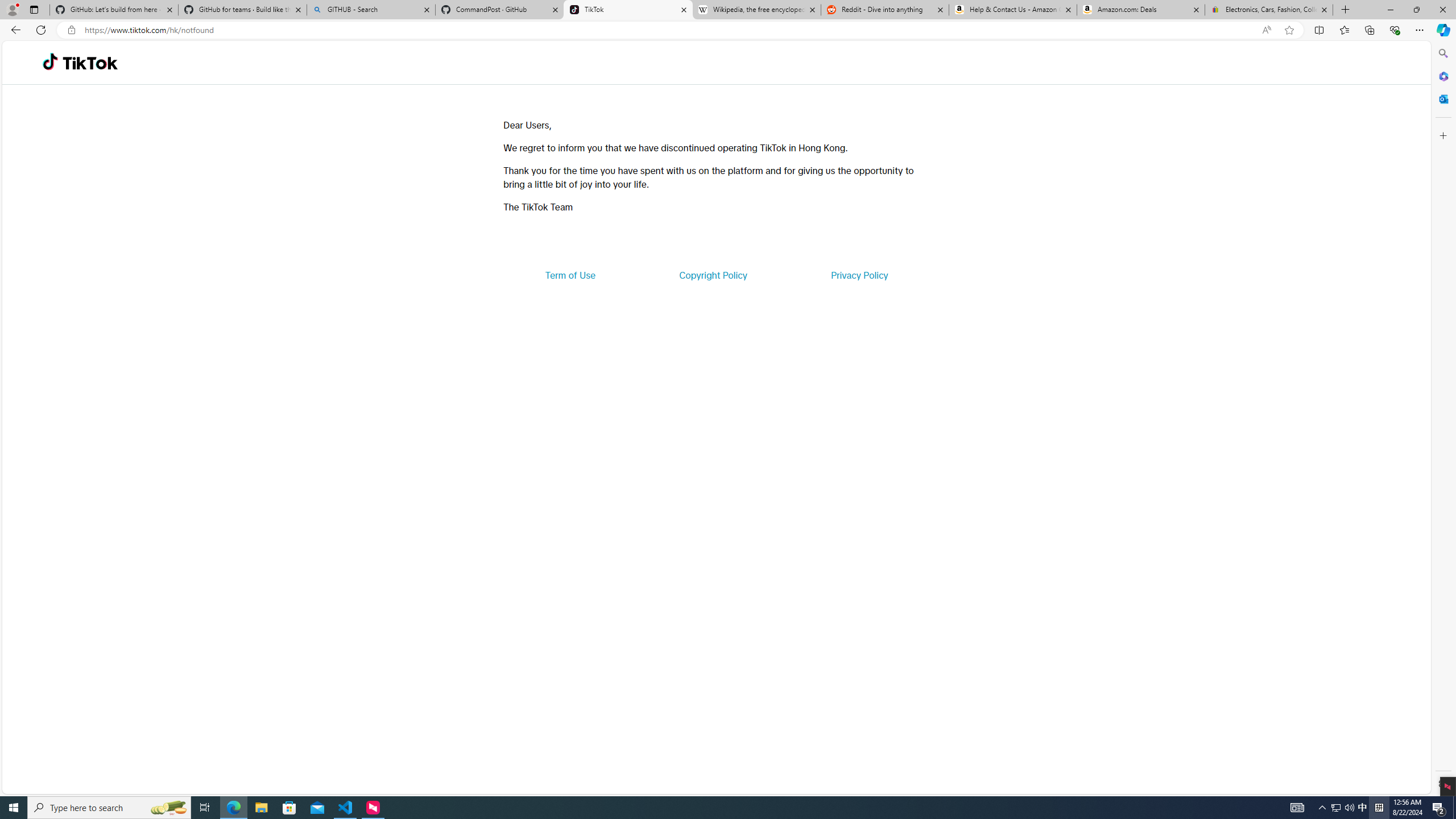  Describe the element at coordinates (570, 274) in the screenshot. I see `'Term of Use'` at that location.